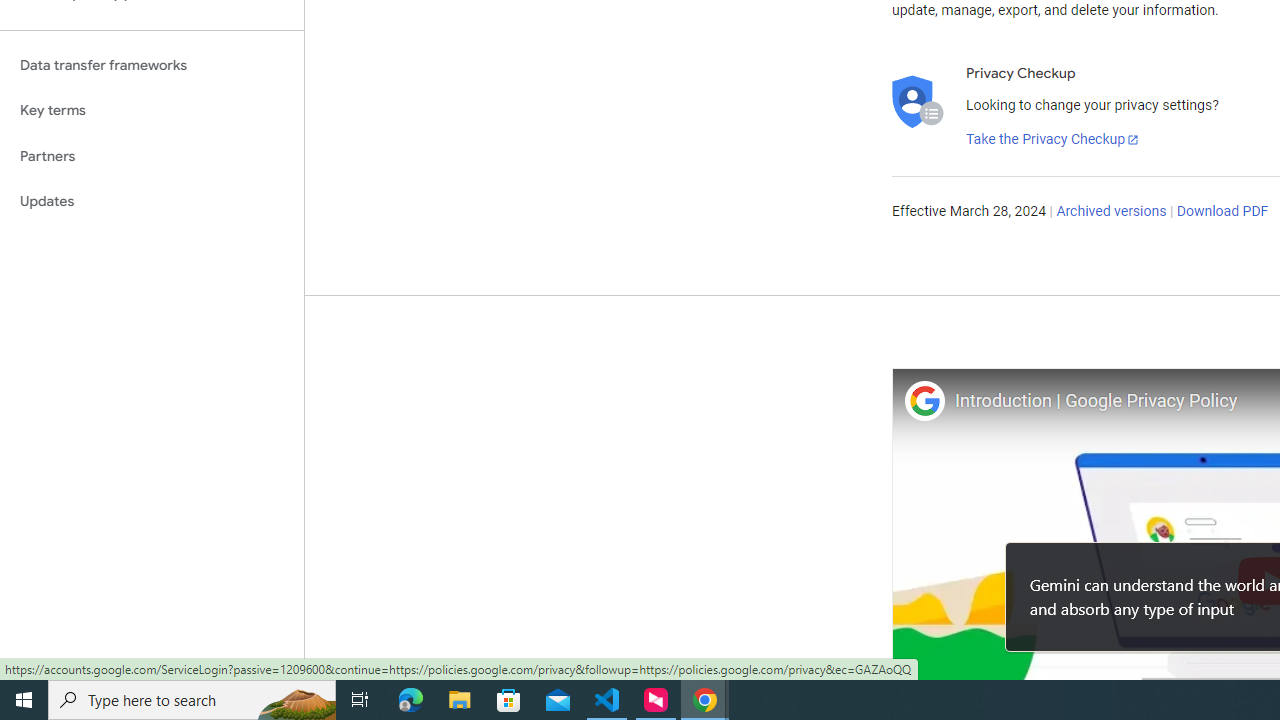 This screenshot has width=1280, height=720. What do you see at coordinates (151, 110) in the screenshot?
I see `'Key terms'` at bounding box center [151, 110].